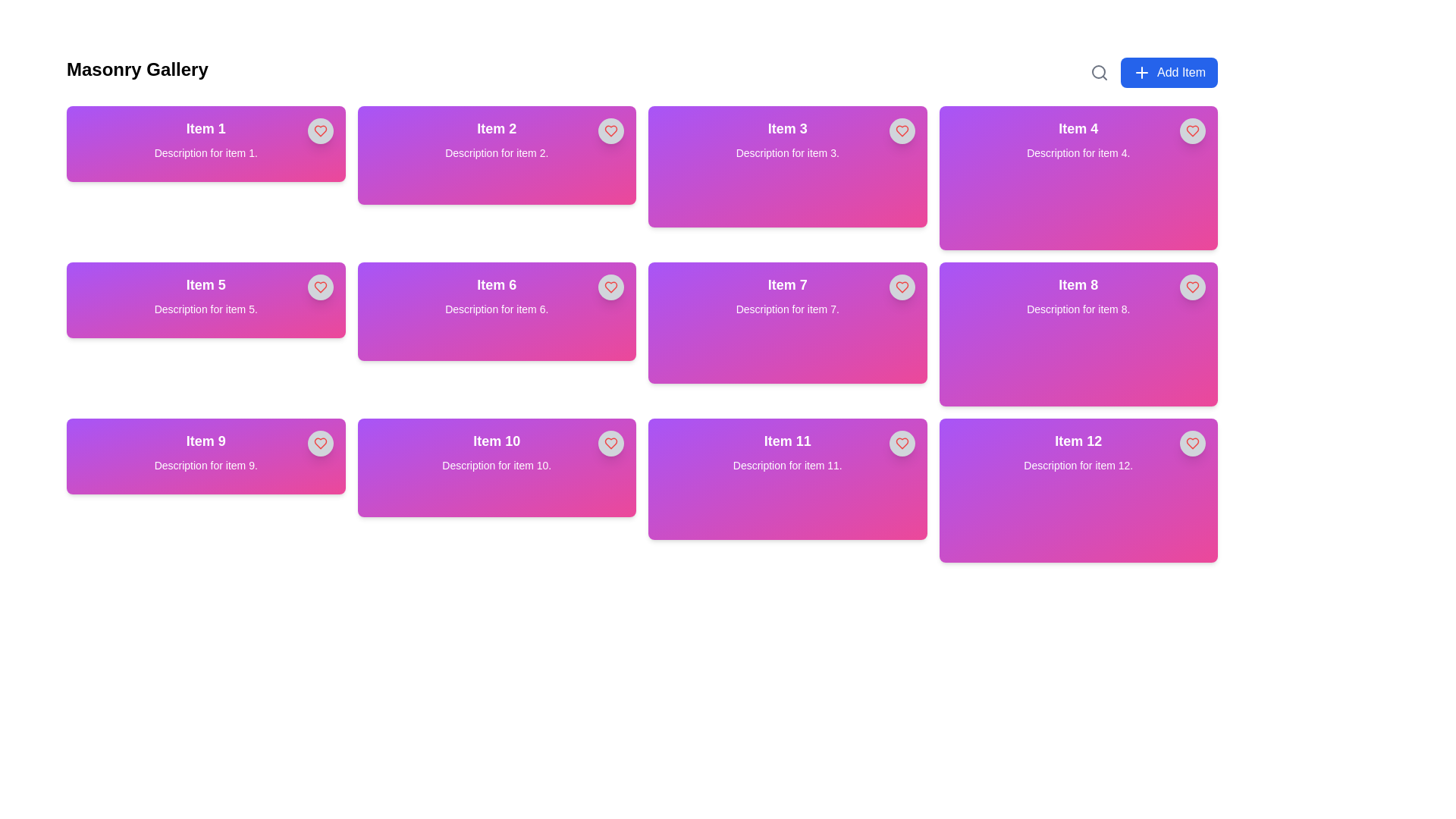 This screenshot has height=819, width=1456. I want to click on the bold text label 'Item 9' which is centered in a card with a gradient background from purple to pink, located in the bottom-left area of the grid layout, so click(205, 441).